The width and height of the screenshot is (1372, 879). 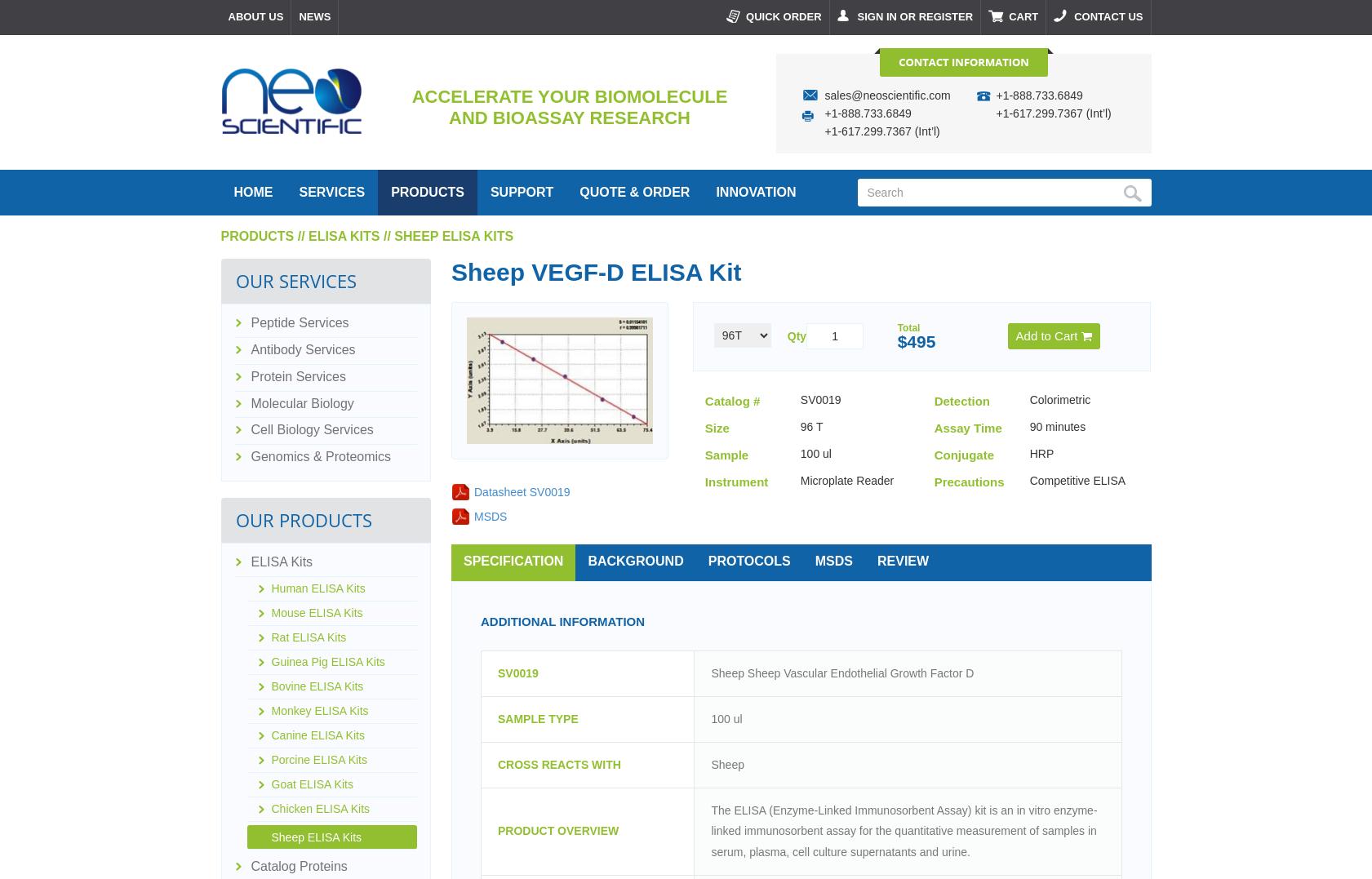 I want to click on 'Molecular Biology', so click(x=300, y=402).